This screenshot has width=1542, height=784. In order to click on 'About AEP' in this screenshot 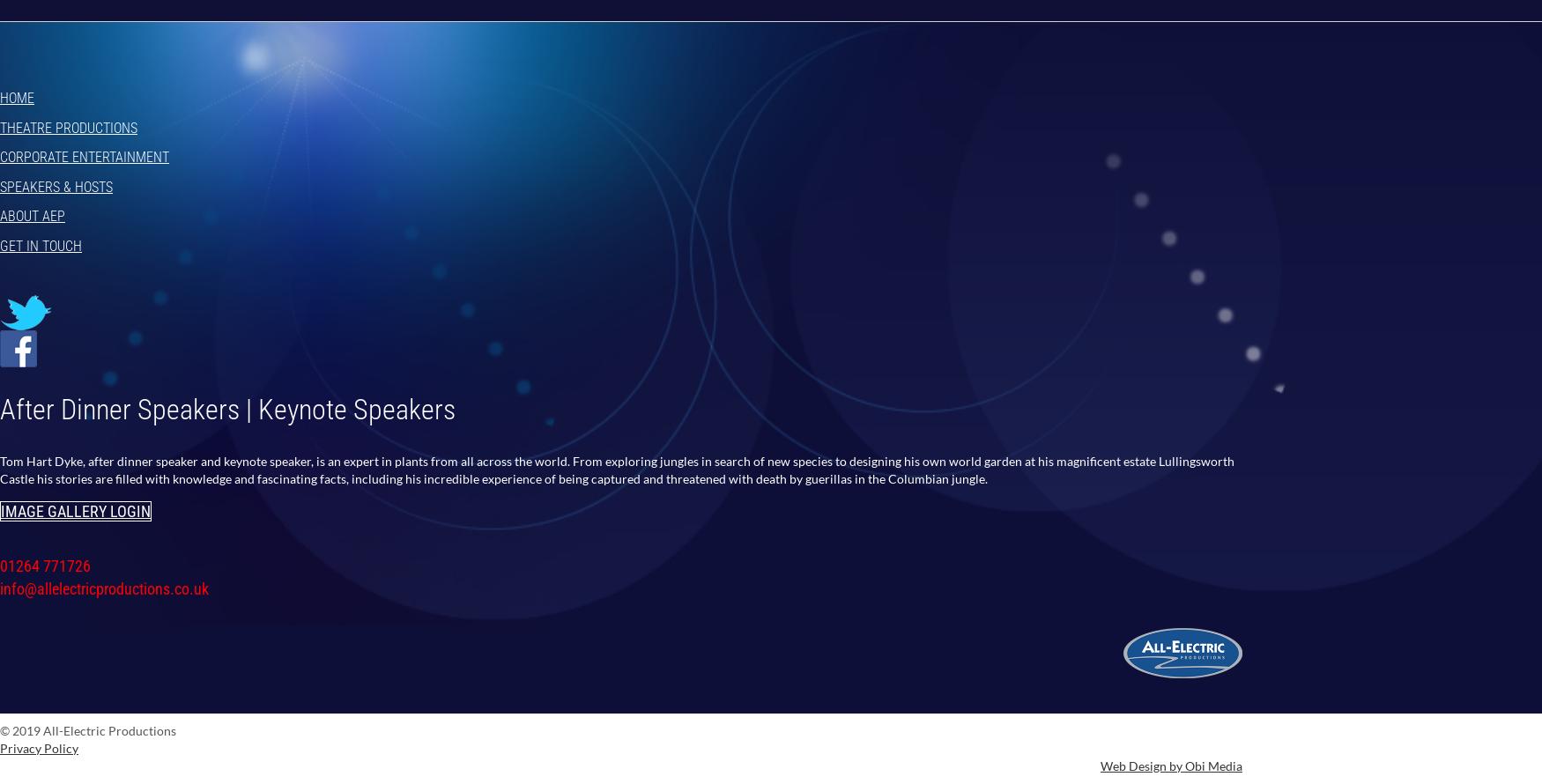, I will do `click(31, 215)`.